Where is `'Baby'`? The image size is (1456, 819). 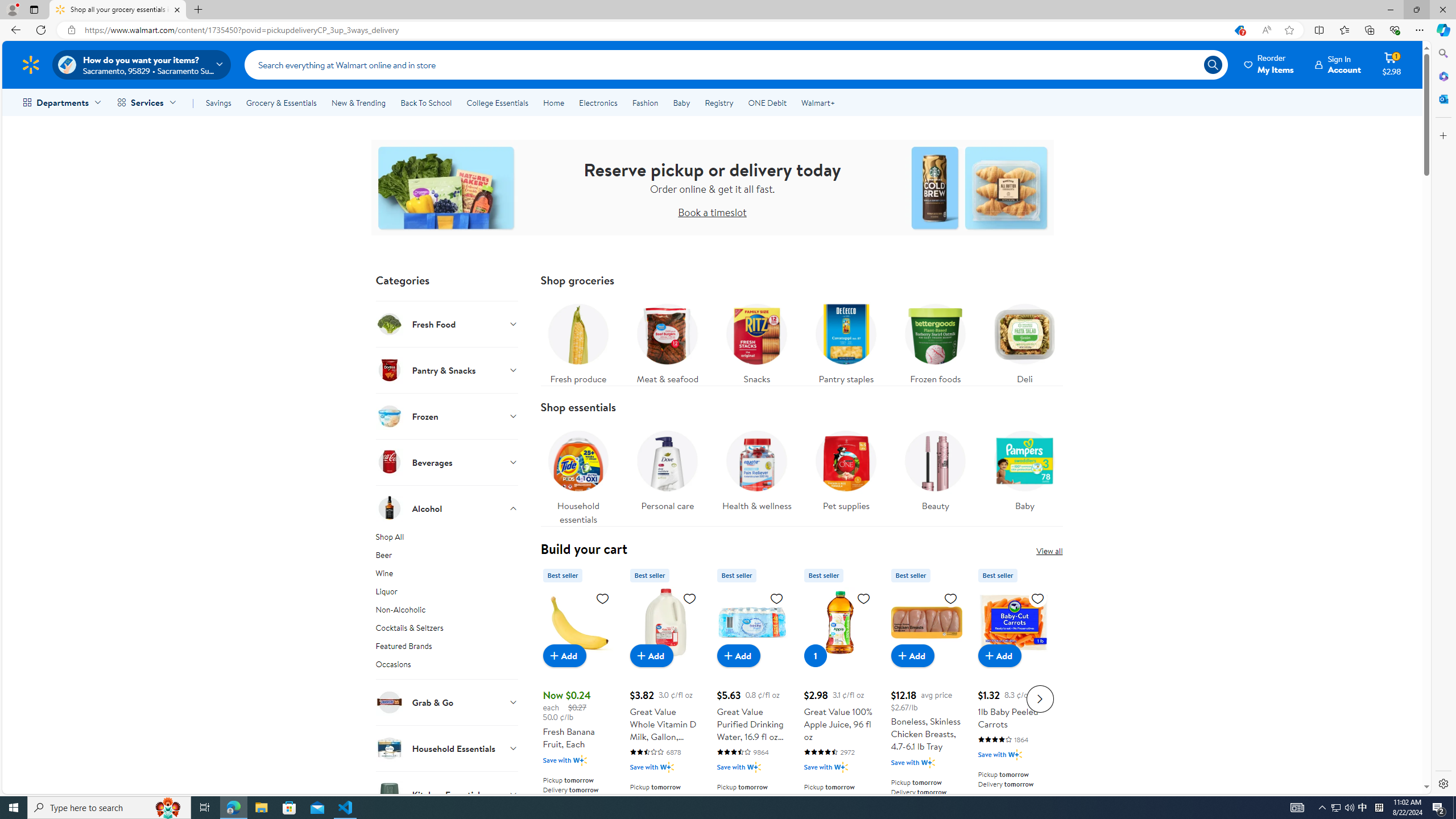
'Baby' is located at coordinates (1024, 468).